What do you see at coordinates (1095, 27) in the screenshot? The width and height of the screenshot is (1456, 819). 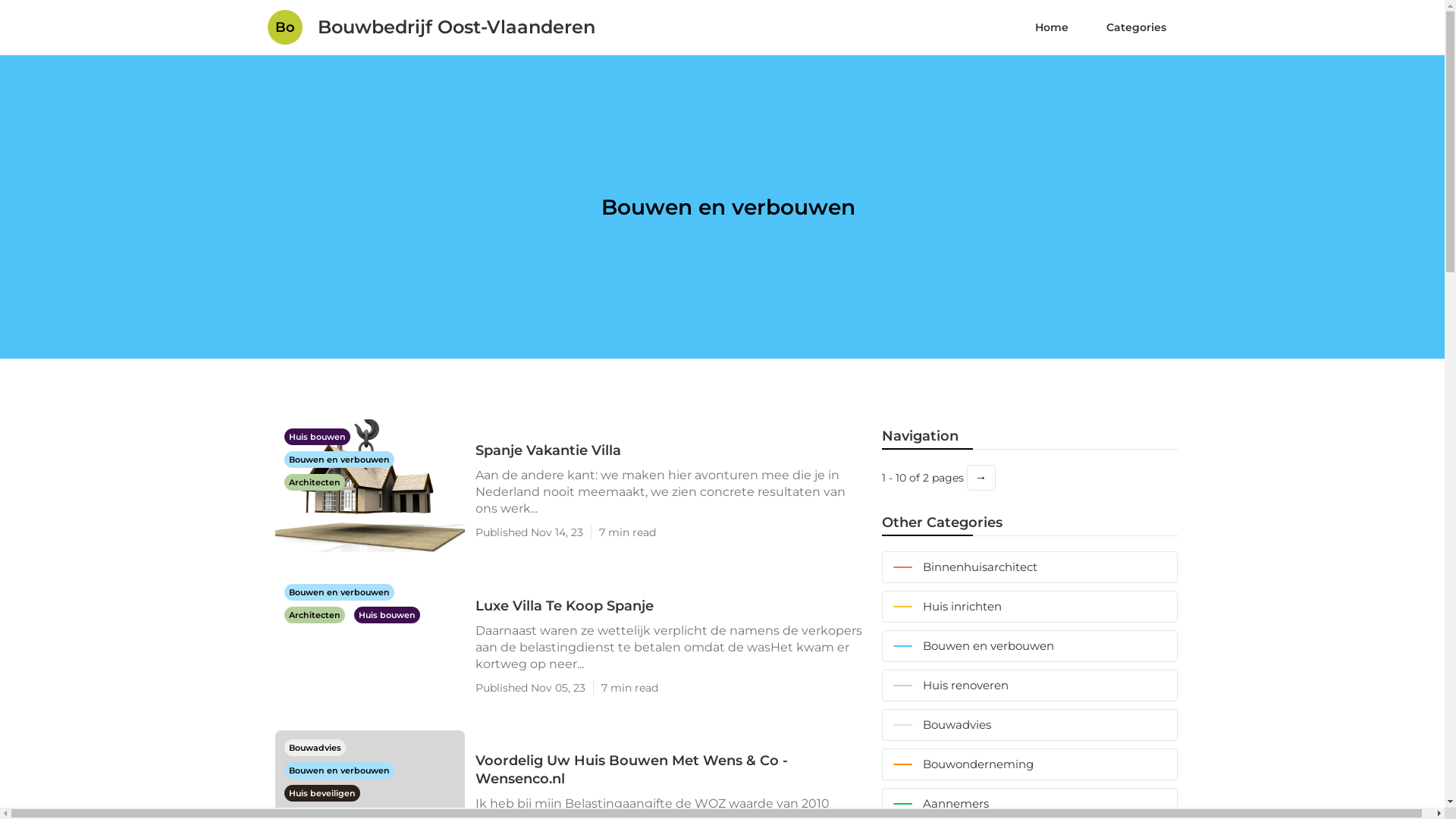 I see `'Categories'` at bounding box center [1095, 27].